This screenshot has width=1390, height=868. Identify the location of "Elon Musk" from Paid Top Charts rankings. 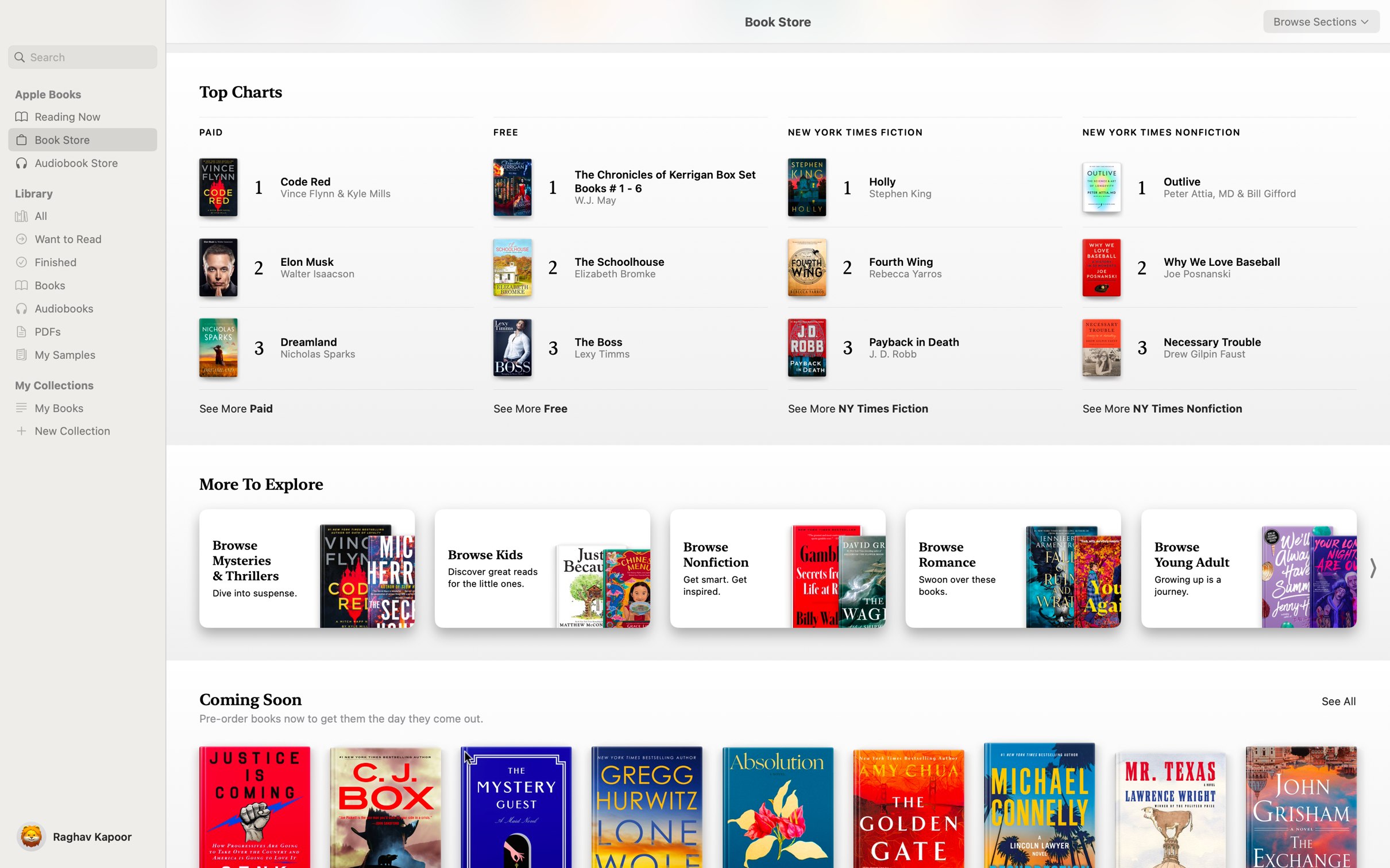
(325, 269).